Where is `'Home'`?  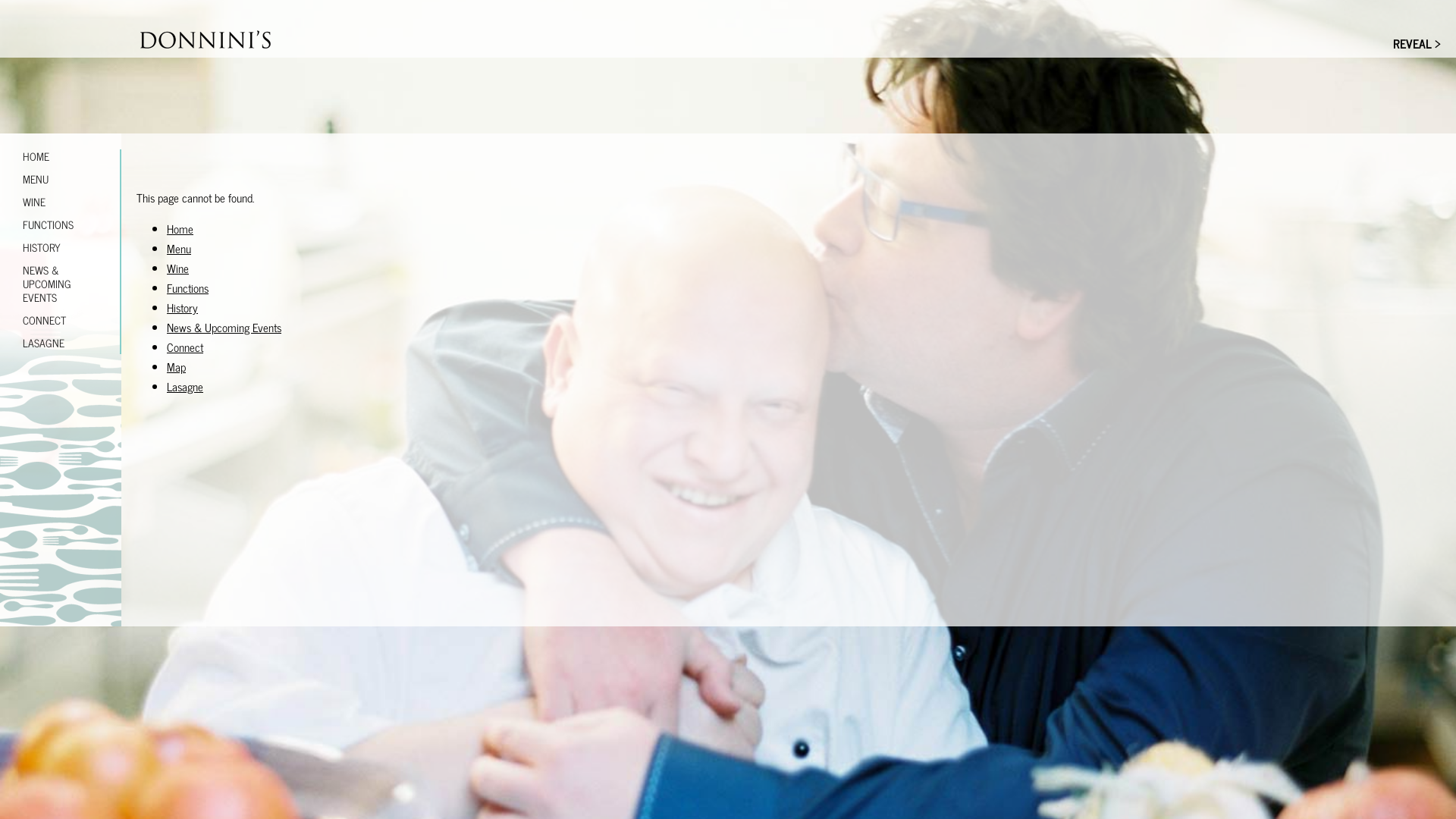
'Home' is located at coordinates (180, 228).